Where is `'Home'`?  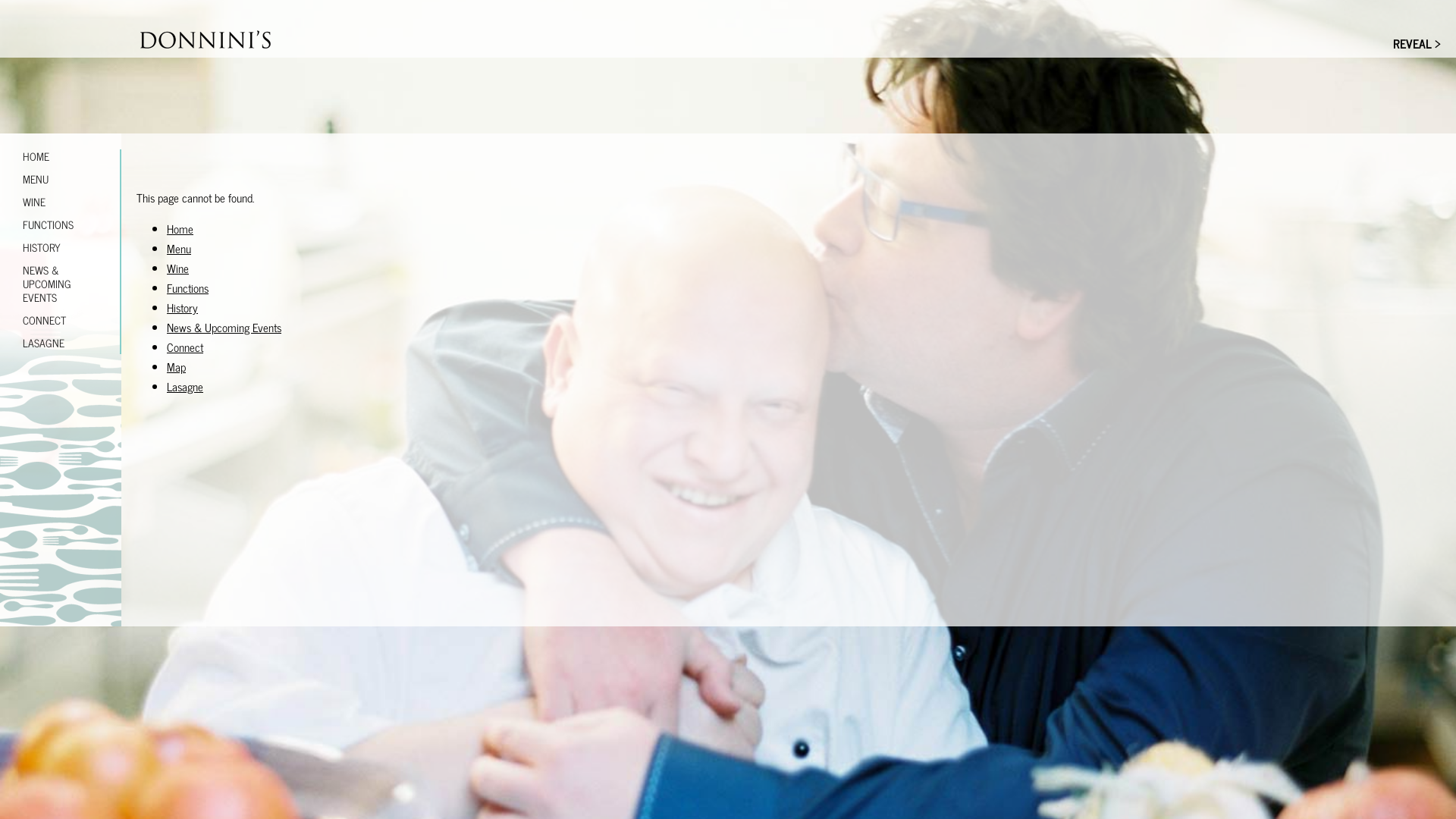
'Home' is located at coordinates (180, 228).